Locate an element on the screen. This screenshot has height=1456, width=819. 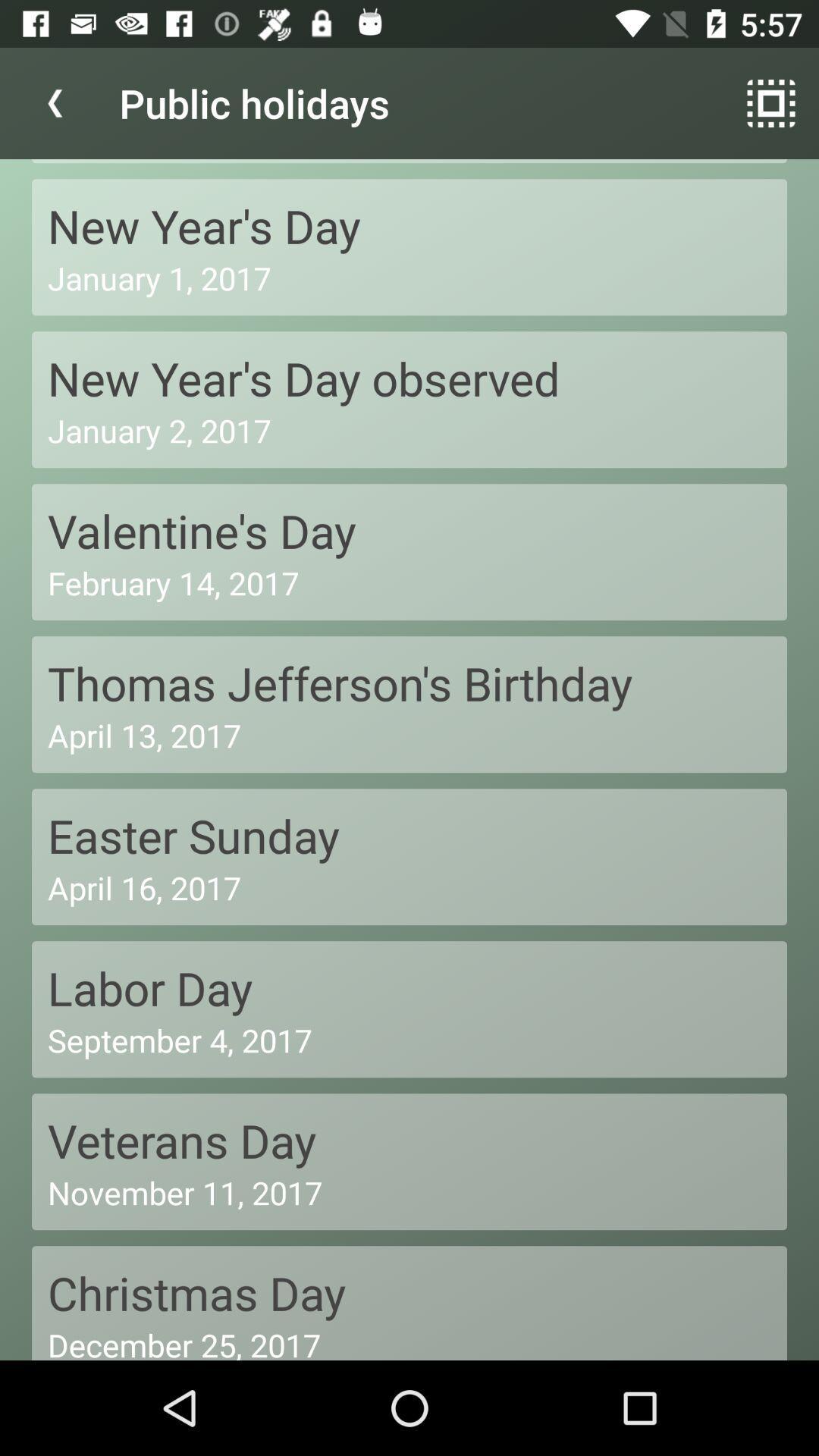
christmas day is located at coordinates (409, 1291).